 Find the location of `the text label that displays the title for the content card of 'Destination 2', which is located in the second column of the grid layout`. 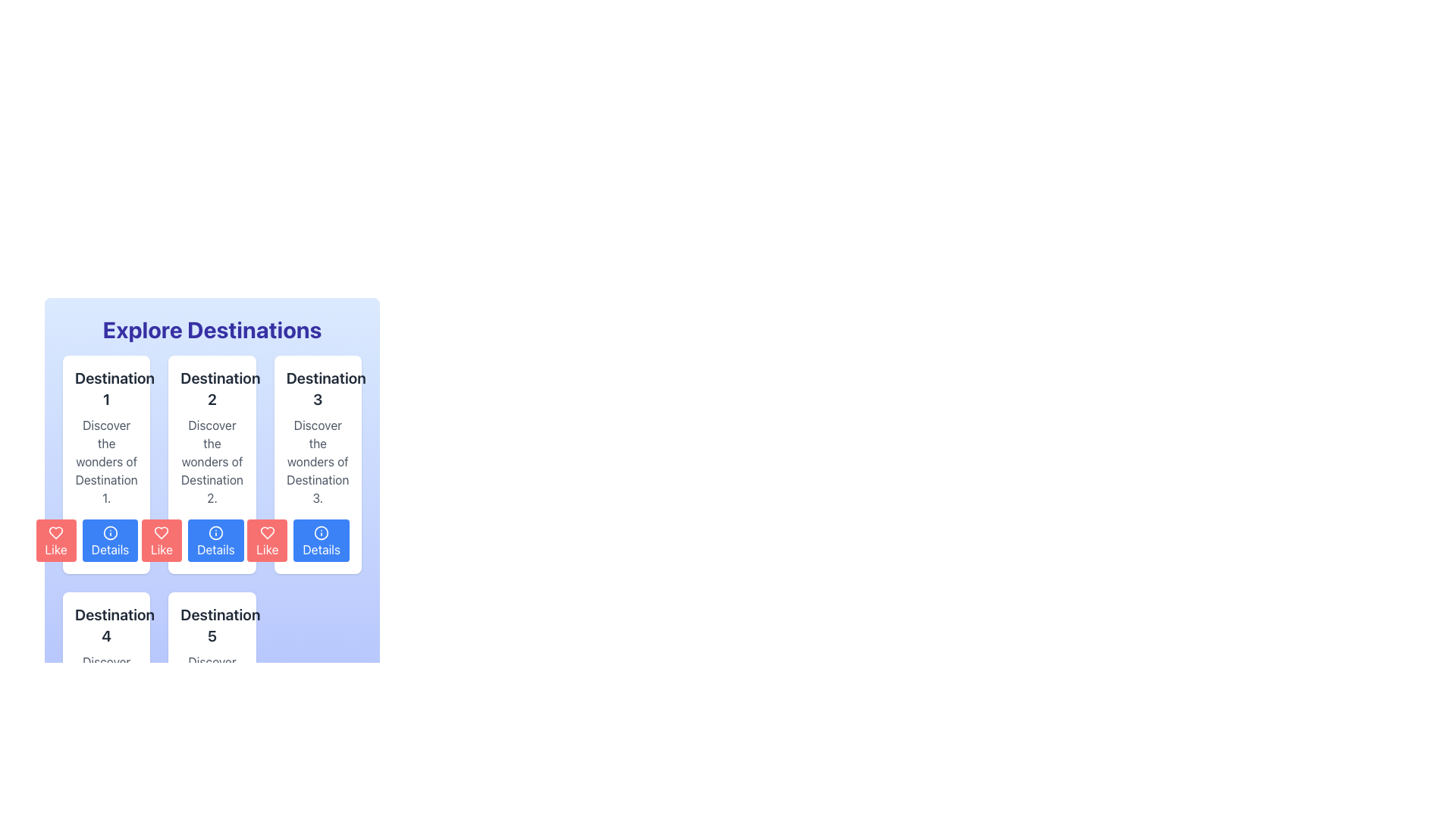

the text label that displays the title for the content card of 'Destination 2', which is located in the second column of the grid layout is located at coordinates (211, 388).